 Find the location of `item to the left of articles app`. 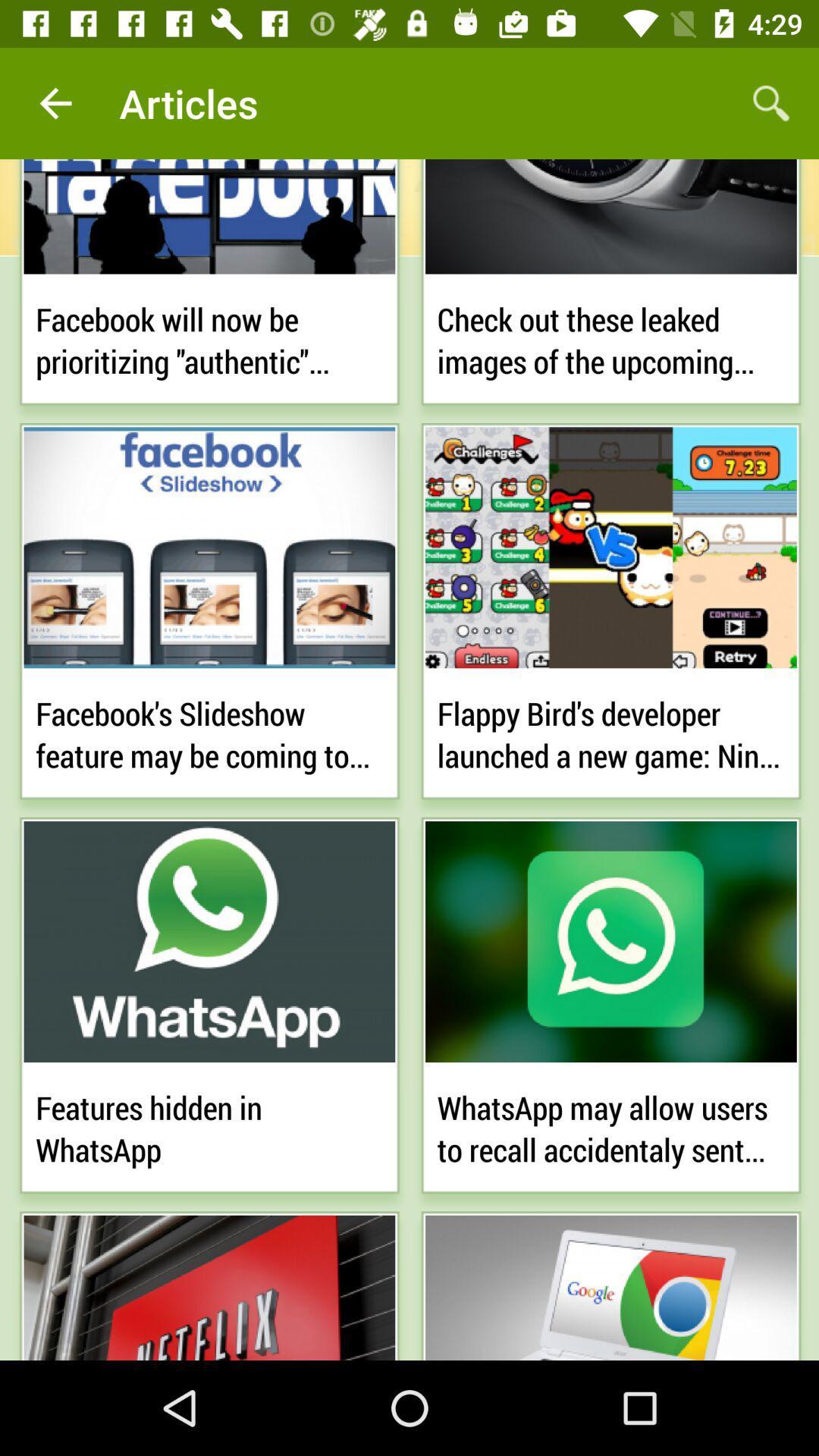

item to the left of articles app is located at coordinates (55, 102).